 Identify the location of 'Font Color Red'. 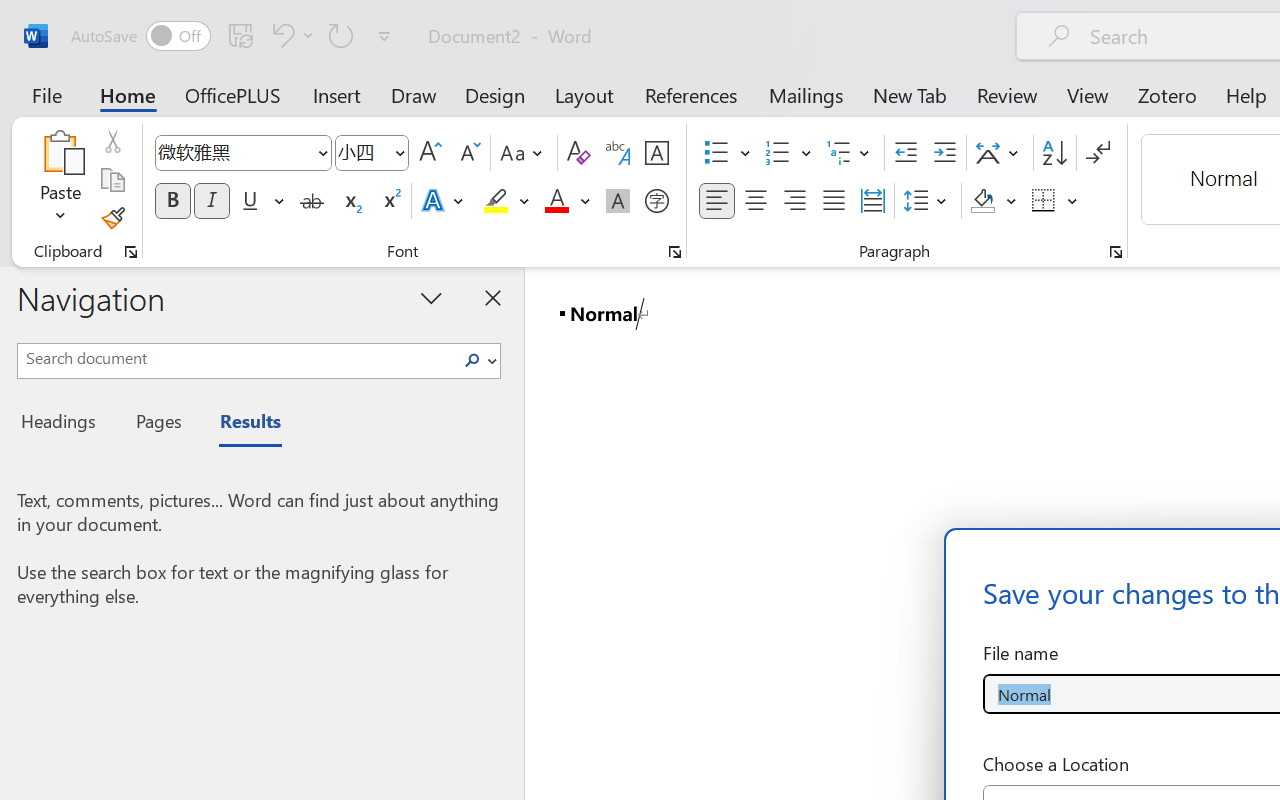
(556, 201).